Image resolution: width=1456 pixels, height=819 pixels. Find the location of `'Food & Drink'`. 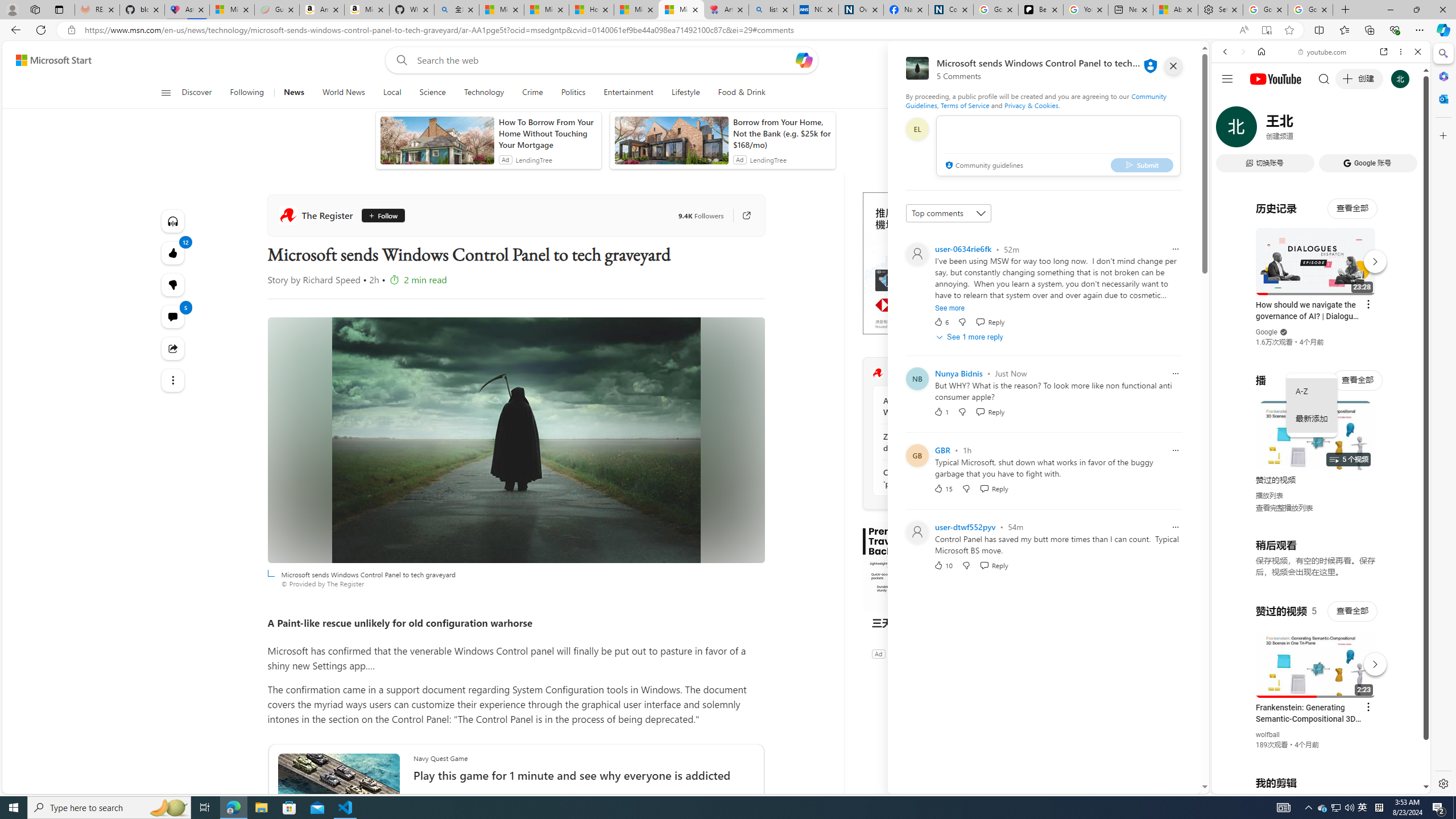

'Food & Drink' is located at coordinates (742, 92).